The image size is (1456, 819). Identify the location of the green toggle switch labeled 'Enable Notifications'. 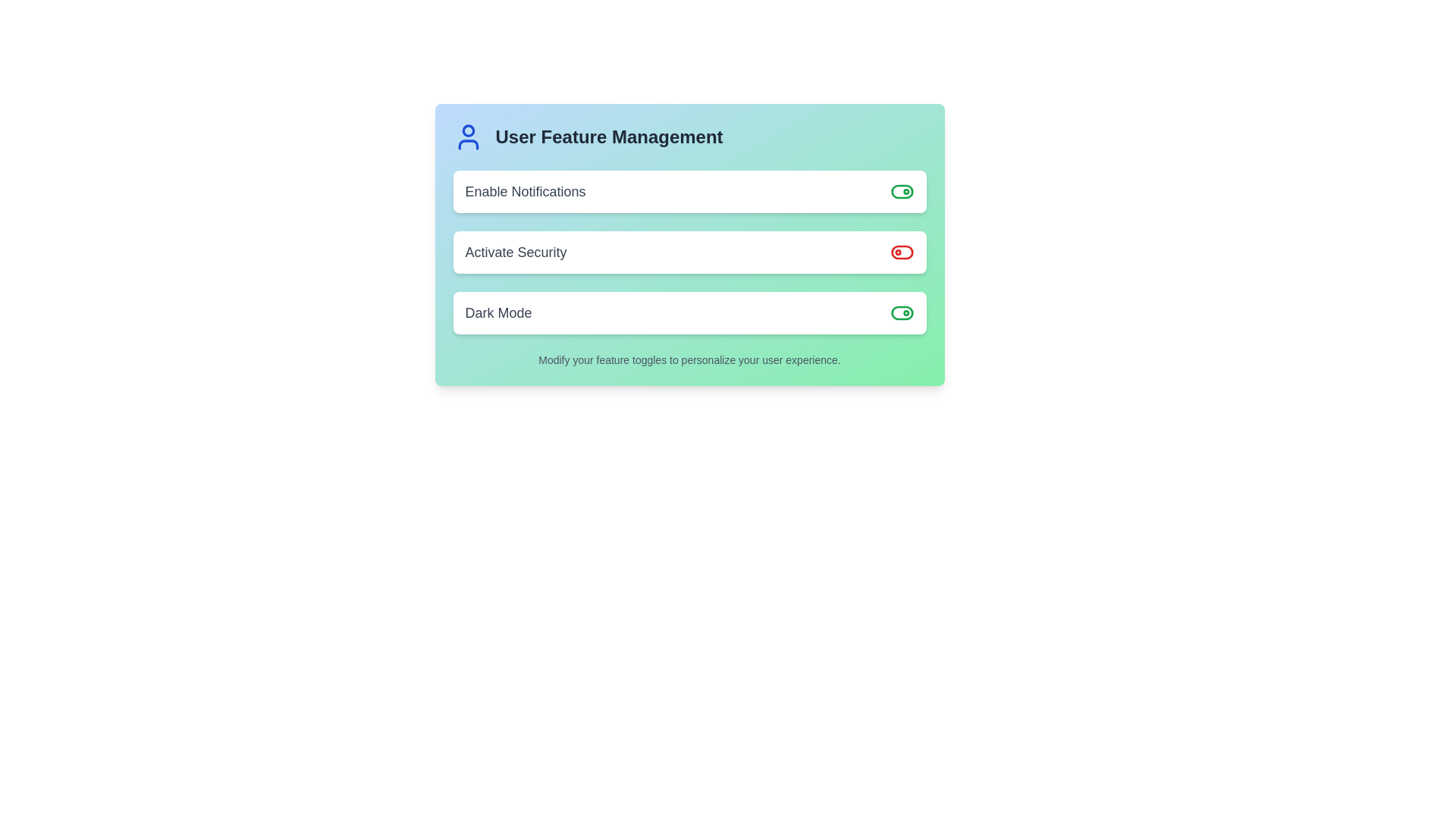
(902, 191).